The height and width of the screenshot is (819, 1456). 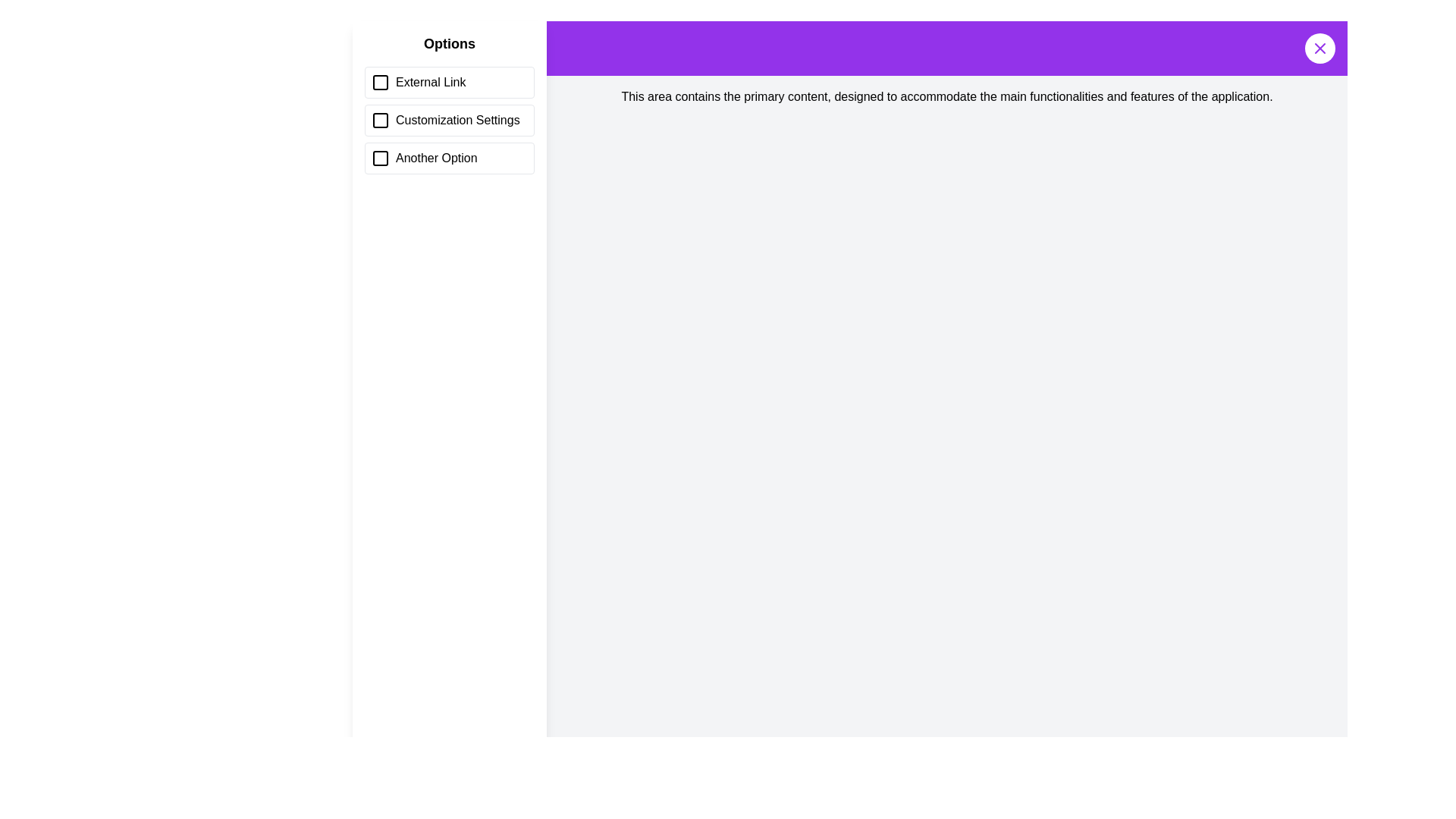 I want to click on the square decorative icon located in the left-side panel under 'Options' next to the text 'External Link', so click(x=381, y=82).